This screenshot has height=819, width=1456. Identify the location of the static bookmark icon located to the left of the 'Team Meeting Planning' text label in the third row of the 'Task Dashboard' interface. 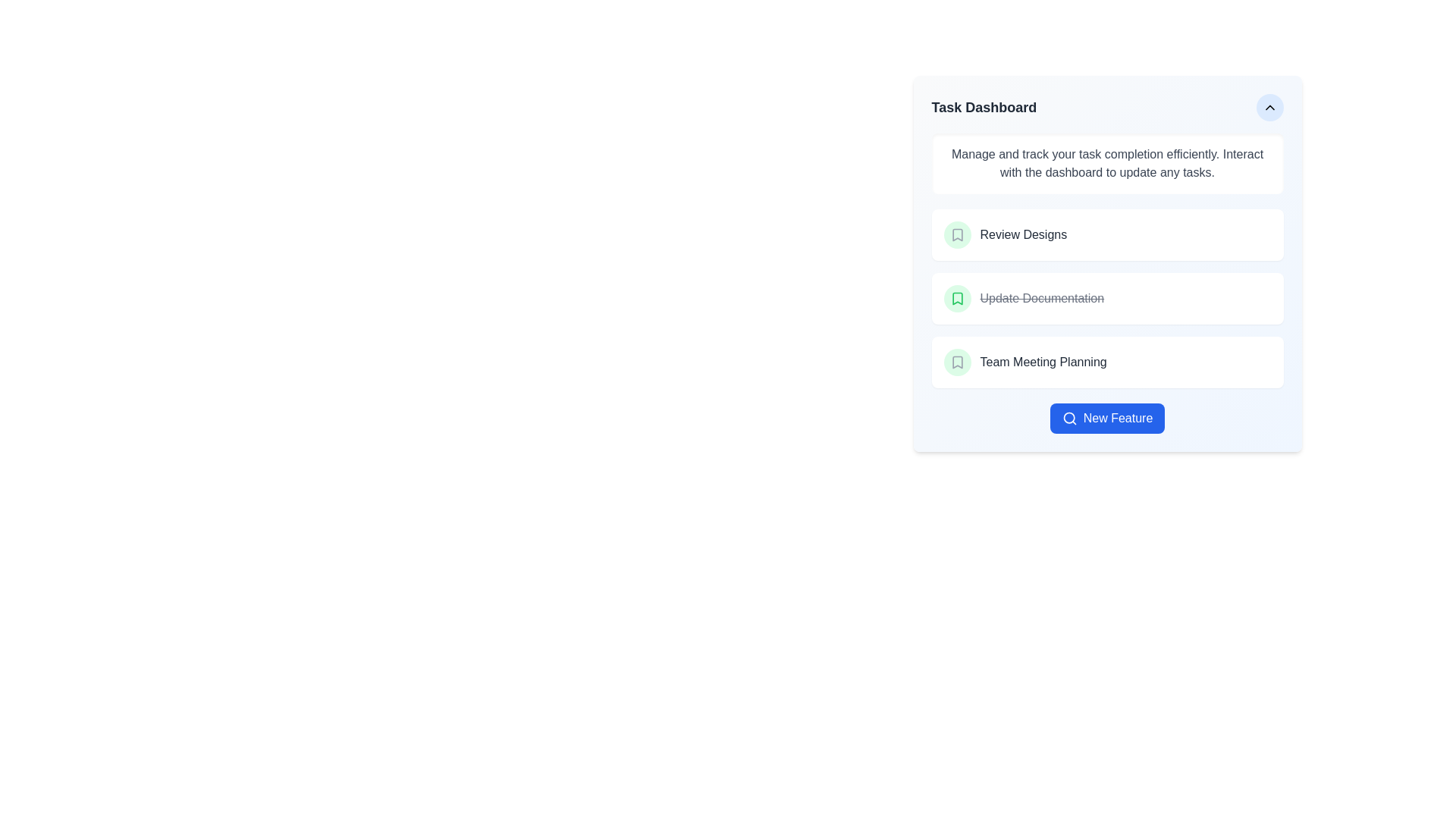
(956, 362).